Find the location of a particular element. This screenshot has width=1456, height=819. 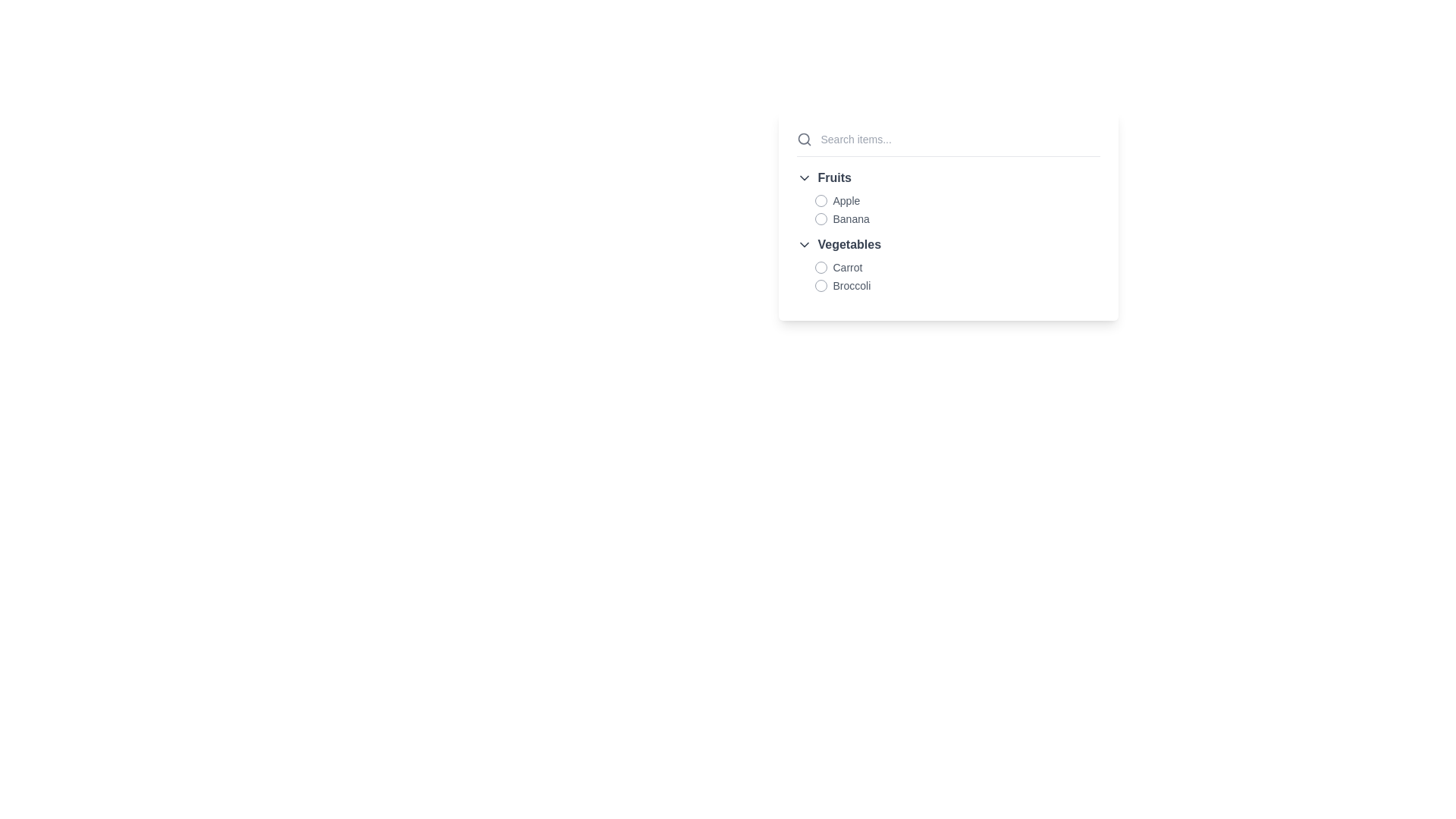

the text label reading 'Banana', which is styled in gray and positioned next to a circular icon in the 'Fruits' section of the menu is located at coordinates (851, 219).